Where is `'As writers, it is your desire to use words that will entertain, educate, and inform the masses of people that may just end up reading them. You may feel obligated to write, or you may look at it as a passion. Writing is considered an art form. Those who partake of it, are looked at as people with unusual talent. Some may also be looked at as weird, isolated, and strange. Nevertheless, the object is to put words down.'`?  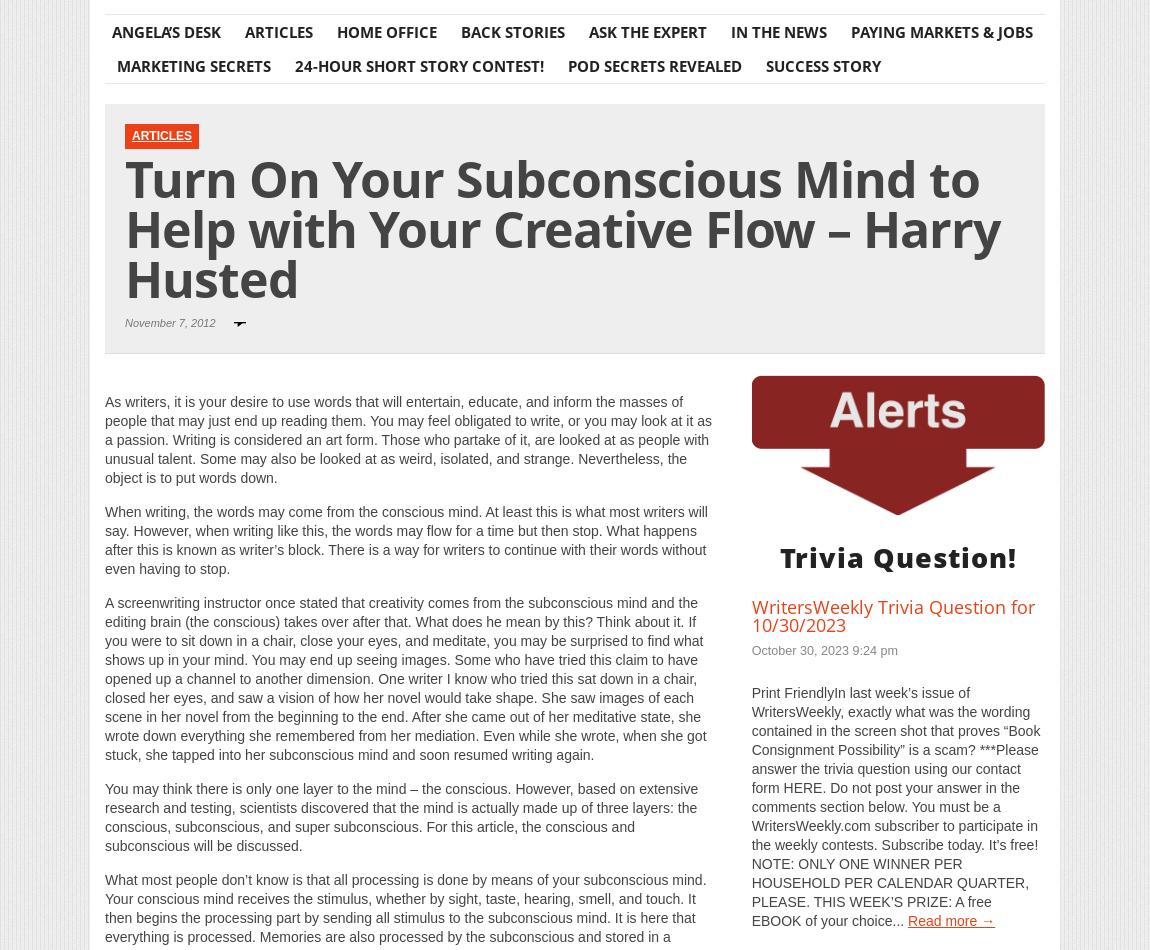 'As writers, it is your desire to use words that will entertain, educate, and inform the masses of people that may just end up reading them. You may feel obligated to write, or you may look at it as a passion. Writing is considered an art form. Those who partake of it, are looked at as people with unusual talent. Some may also be looked at as weird, isolated, and strange. Nevertheless, the object is to put words down.' is located at coordinates (408, 437).